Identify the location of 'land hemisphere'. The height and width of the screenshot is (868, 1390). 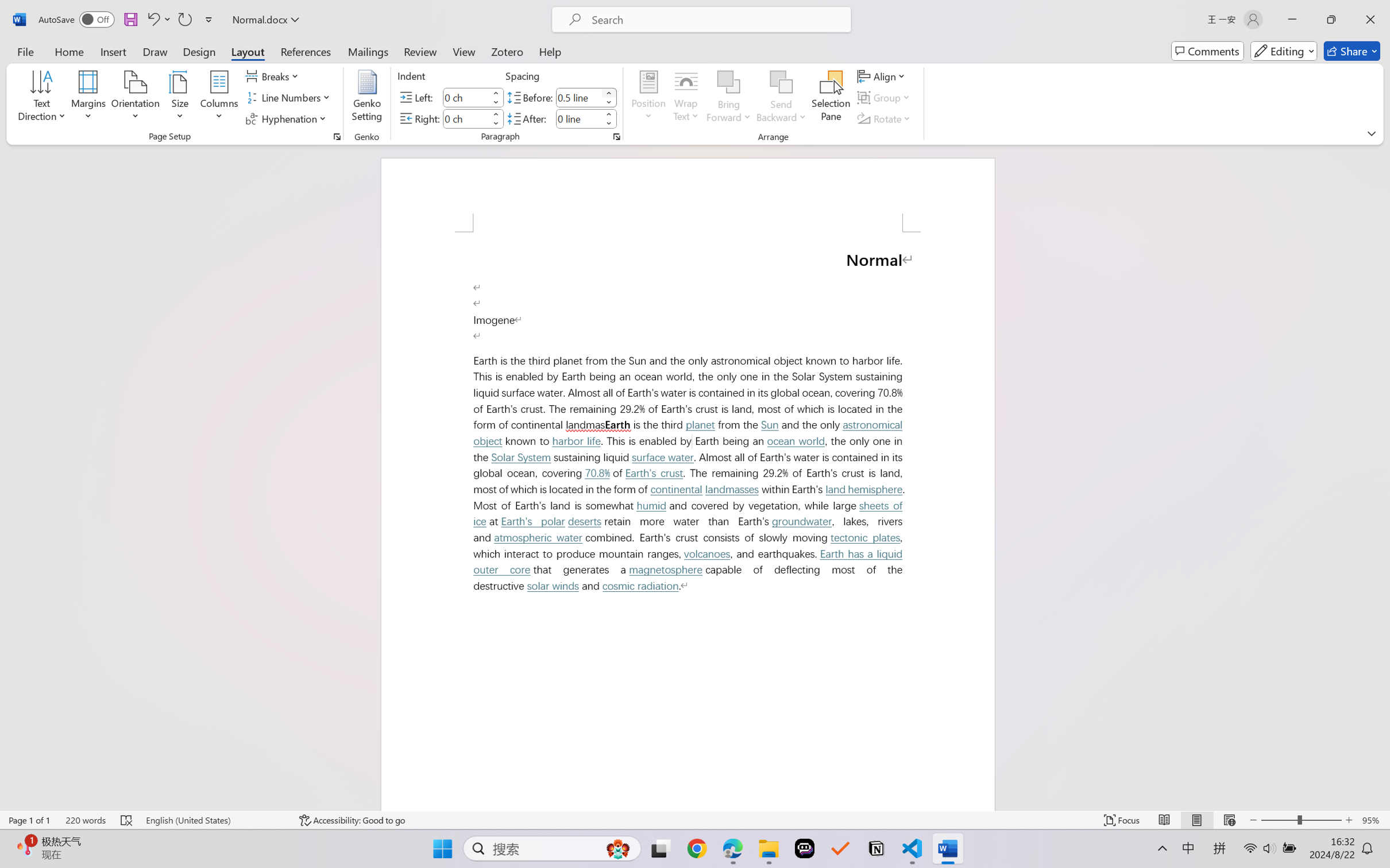
(864, 489).